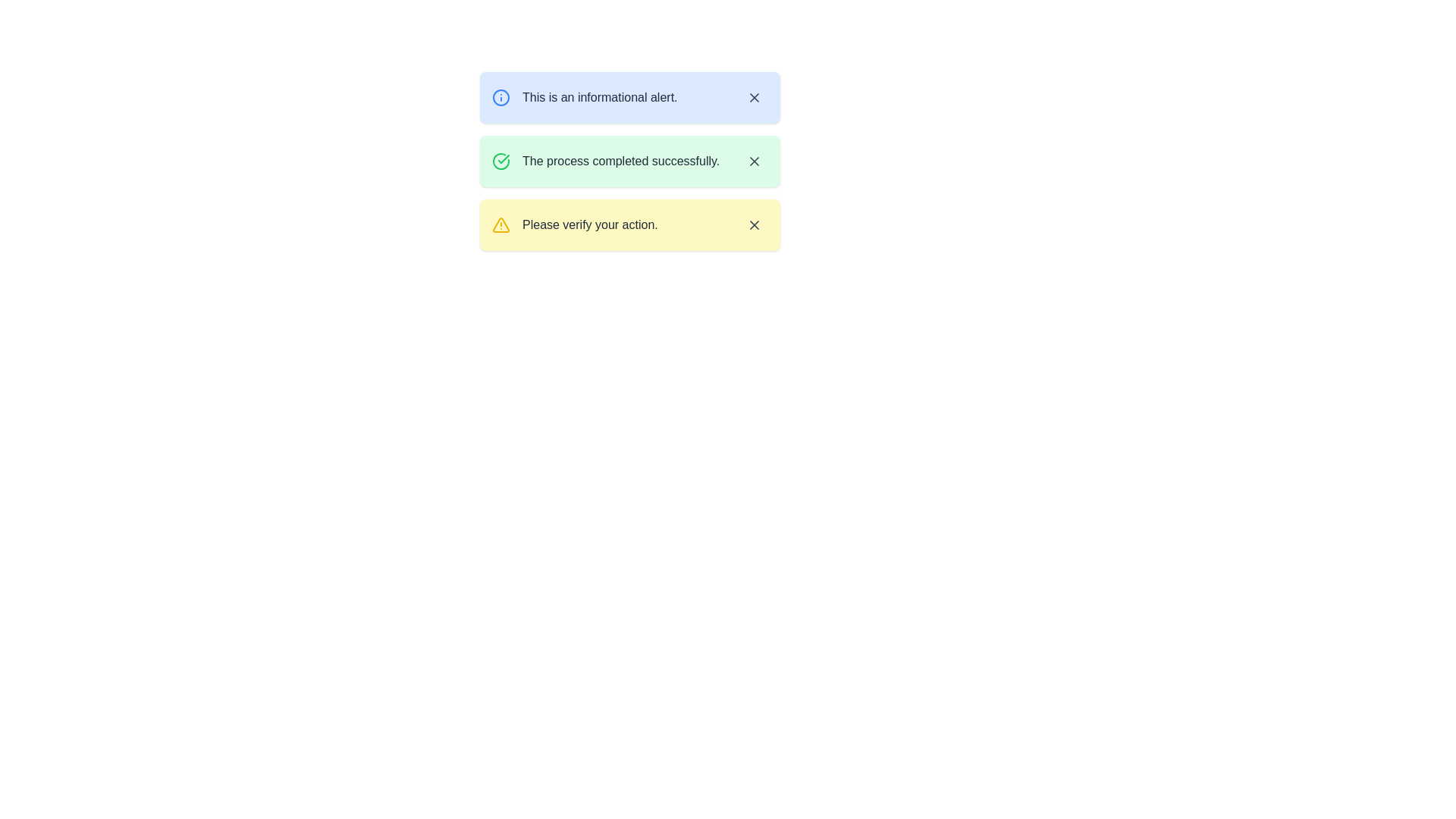  What do you see at coordinates (629, 161) in the screenshot?
I see `the notification bar with a green background that displays the message 'The process completed successfully.'` at bounding box center [629, 161].